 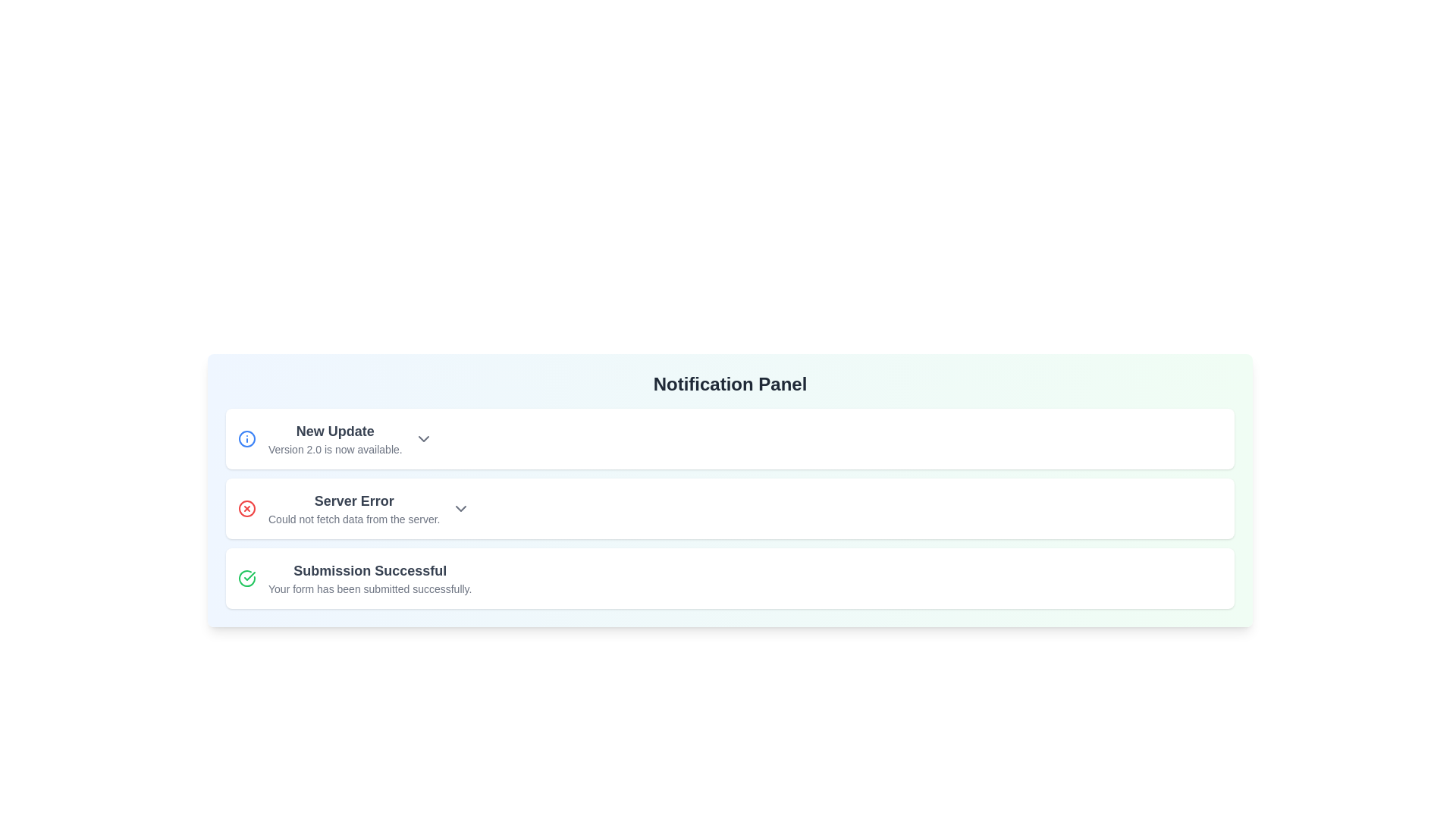 What do you see at coordinates (370, 588) in the screenshot?
I see `the text label that states 'Your form has been submitted successfully.' located within the third notification card of the Notification Panel` at bounding box center [370, 588].